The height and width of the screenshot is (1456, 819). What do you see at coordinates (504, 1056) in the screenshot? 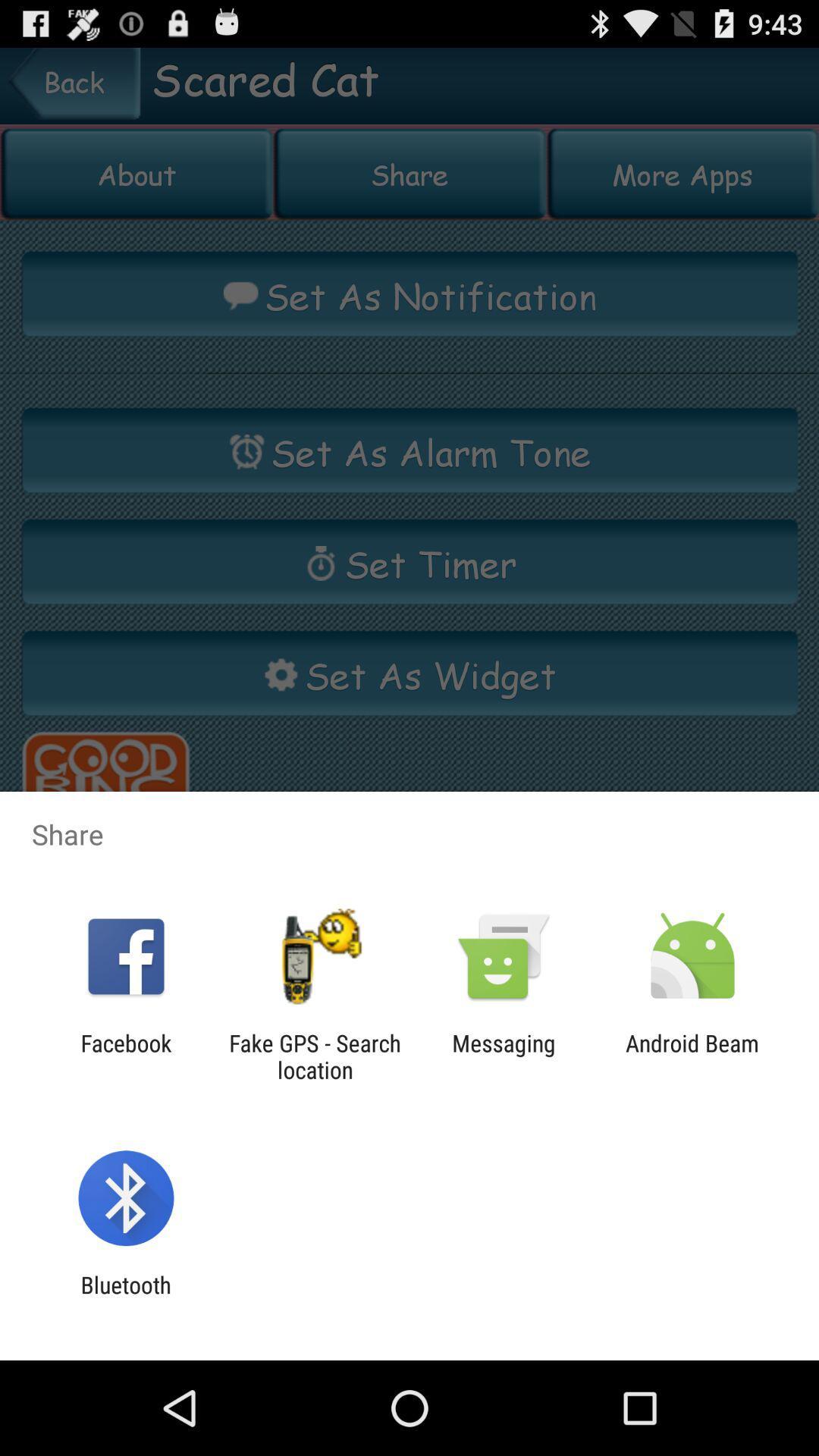
I see `the item to the right of the fake gps search icon` at bounding box center [504, 1056].